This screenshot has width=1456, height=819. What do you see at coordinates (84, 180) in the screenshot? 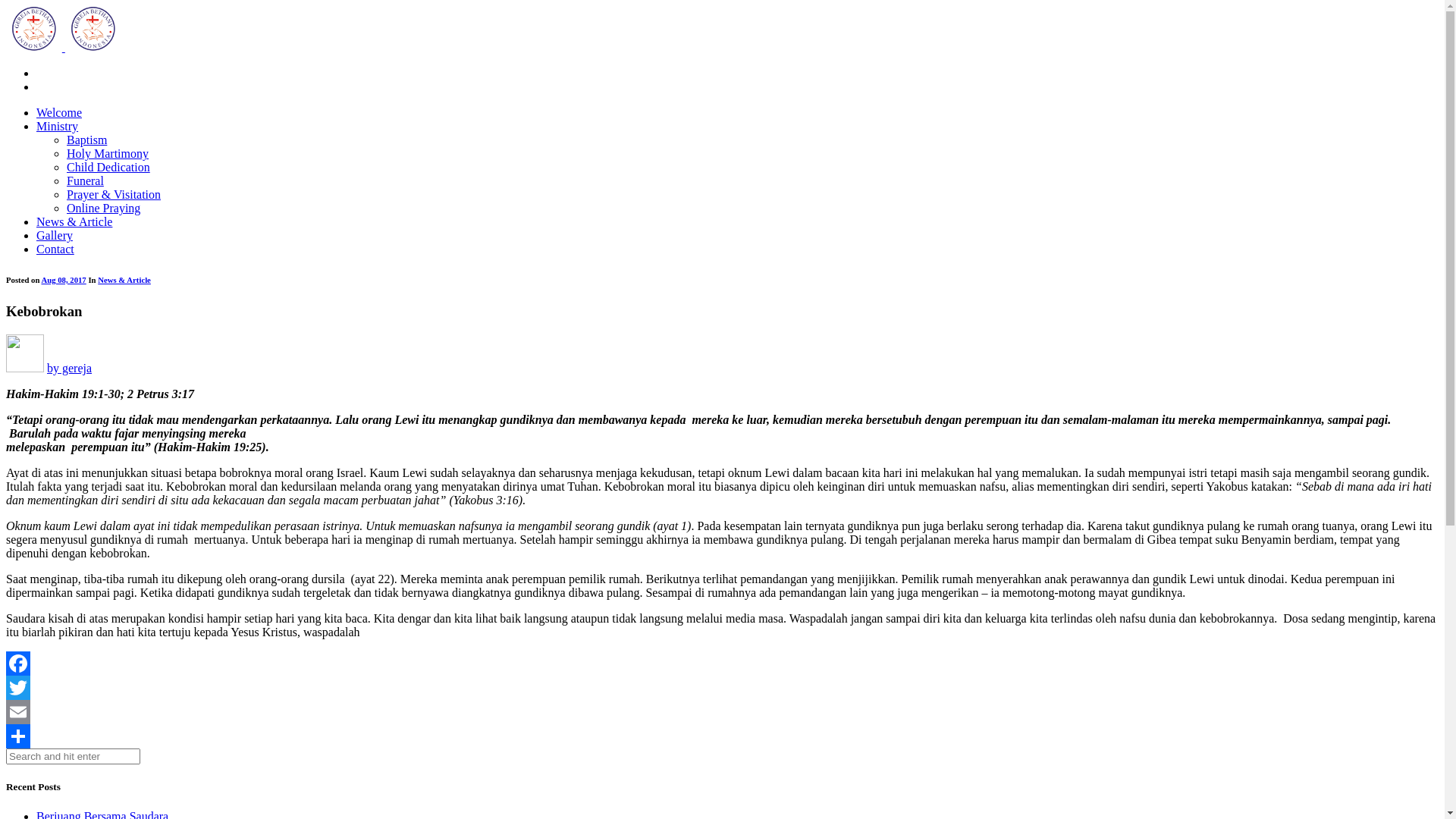
I see `'Funeral'` at bounding box center [84, 180].